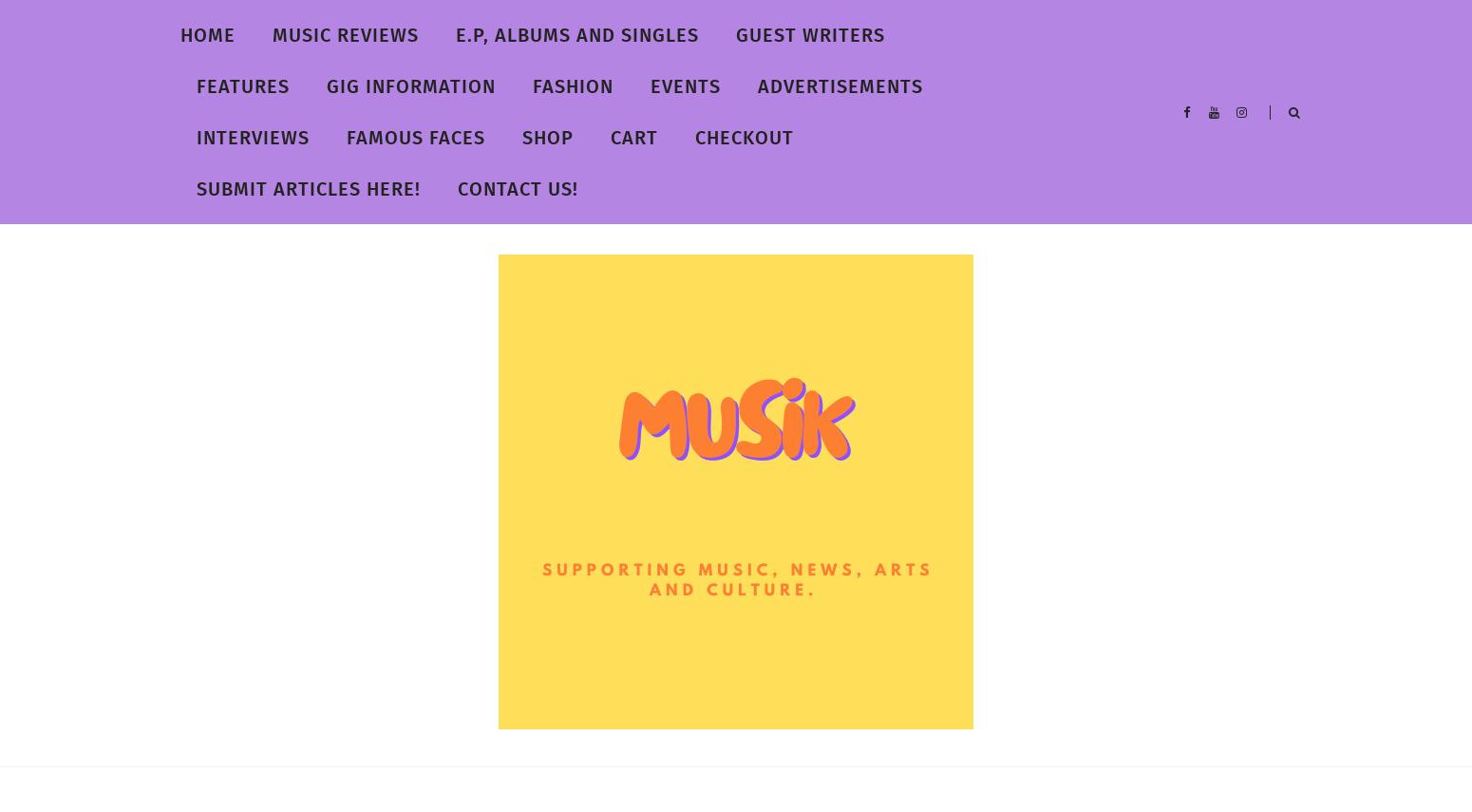 The width and height of the screenshot is (1472, 812). What do you see at coordinates (253, 138) in the screenshot?
I see `'Interviews'` at bounding box center [253, 138].